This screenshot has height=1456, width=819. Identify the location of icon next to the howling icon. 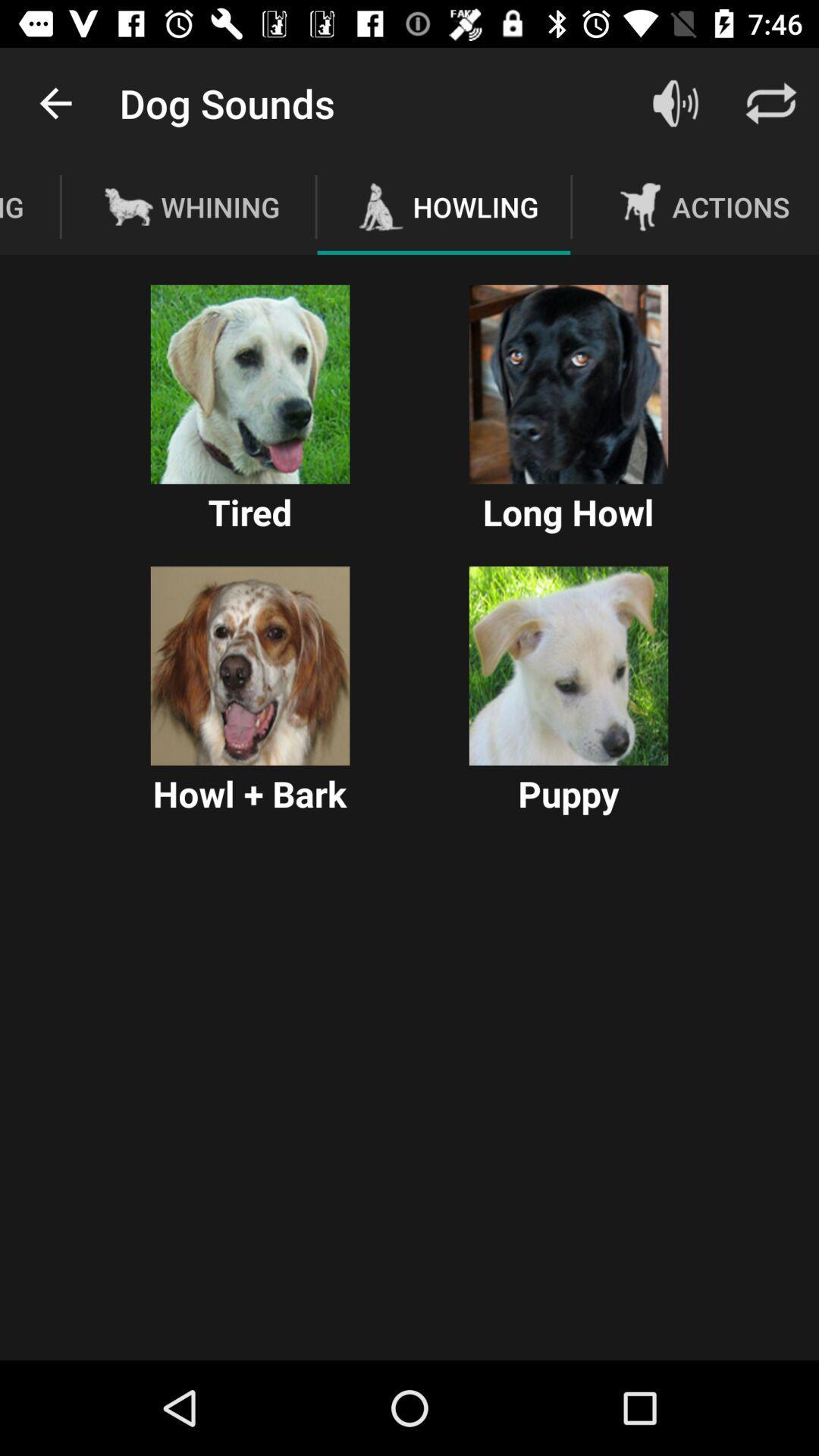
(675, 102).